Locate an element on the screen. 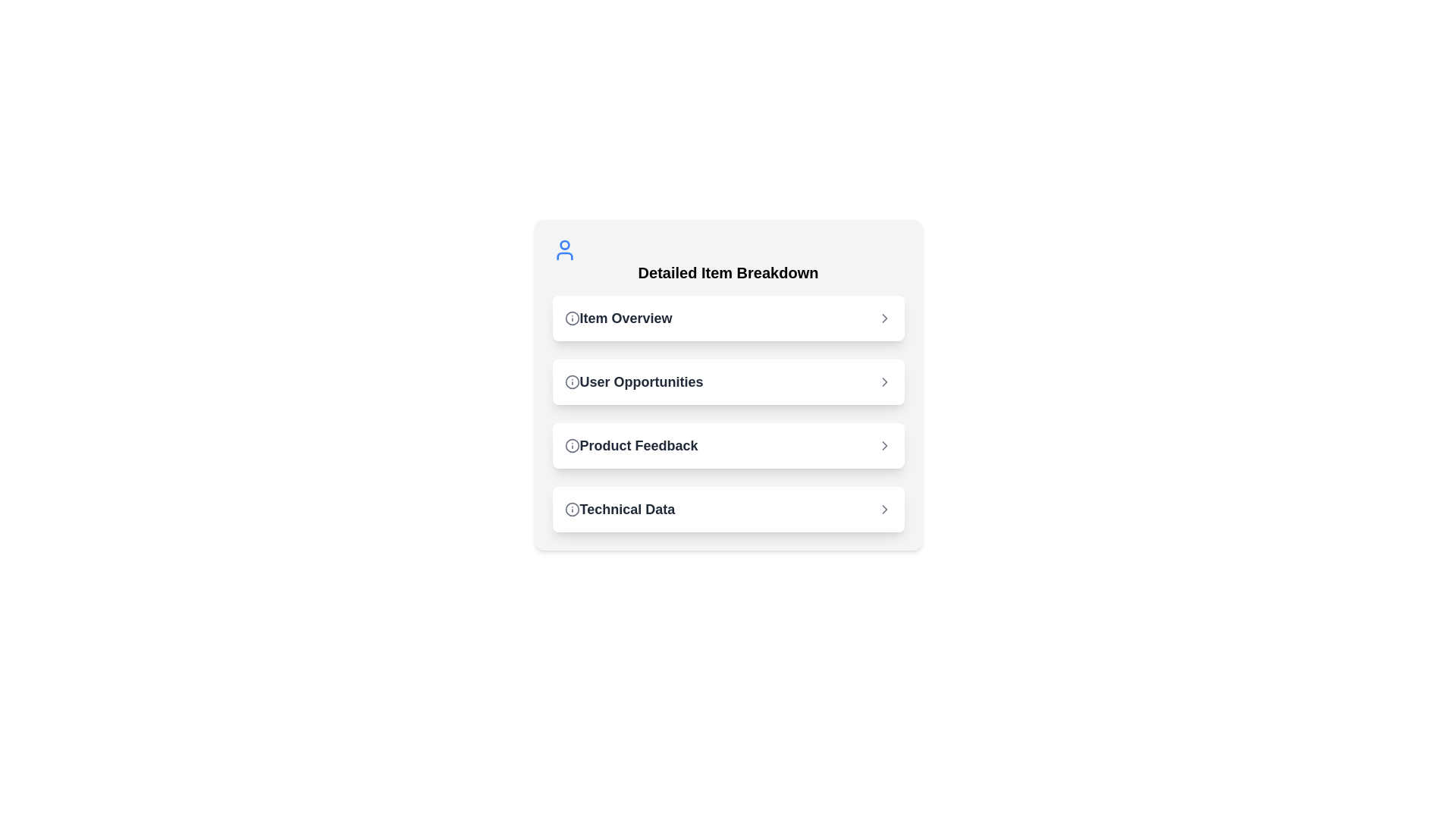  the decorative circular icon element located to the left of the 'Item Overview' text in the list of items to recognize it as part of the icon is located at coordinates (571, 318).